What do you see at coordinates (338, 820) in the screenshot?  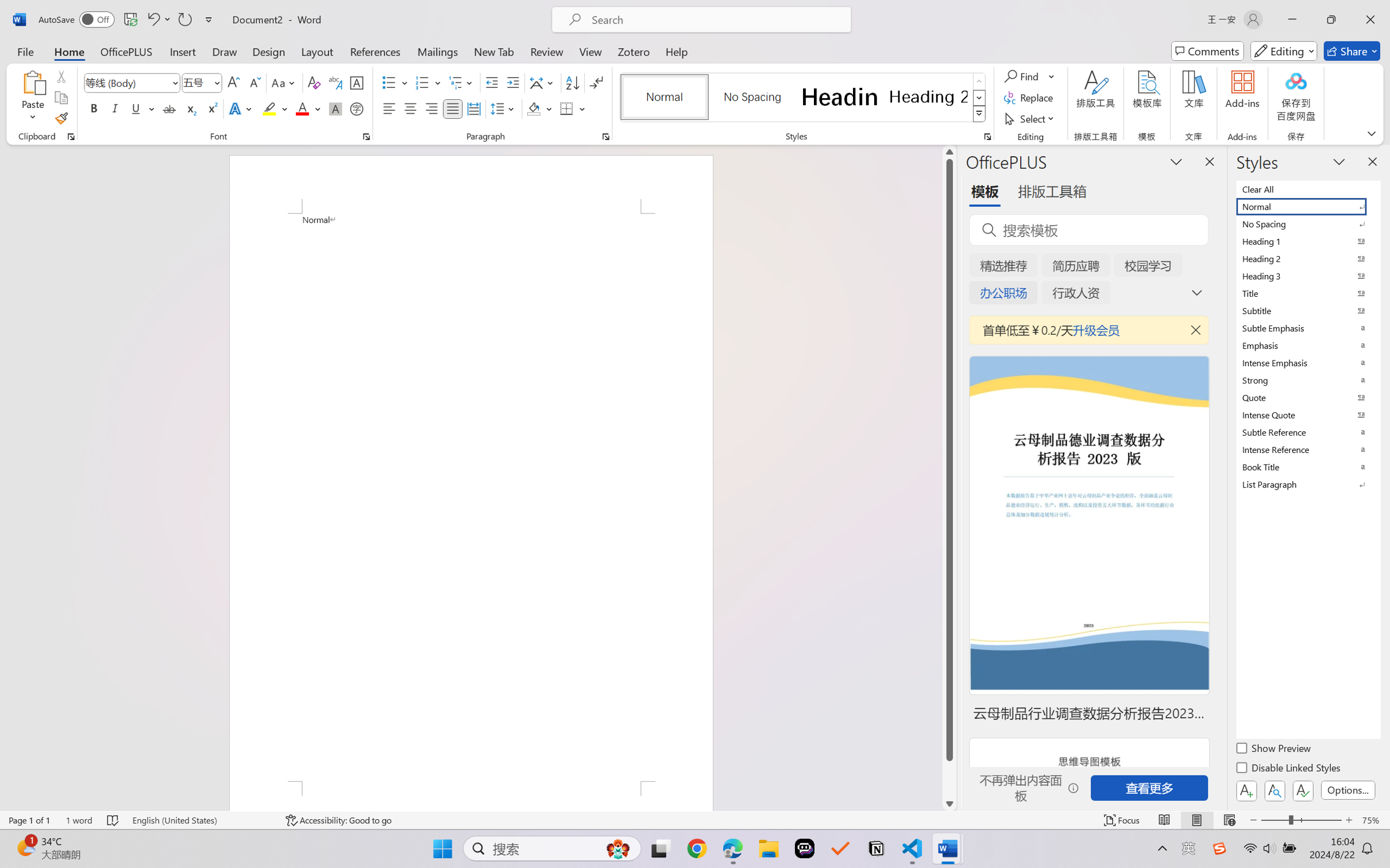 I see `'Accessibility Checker Accessibility: Good to go'` at bounding box center [338, 820].